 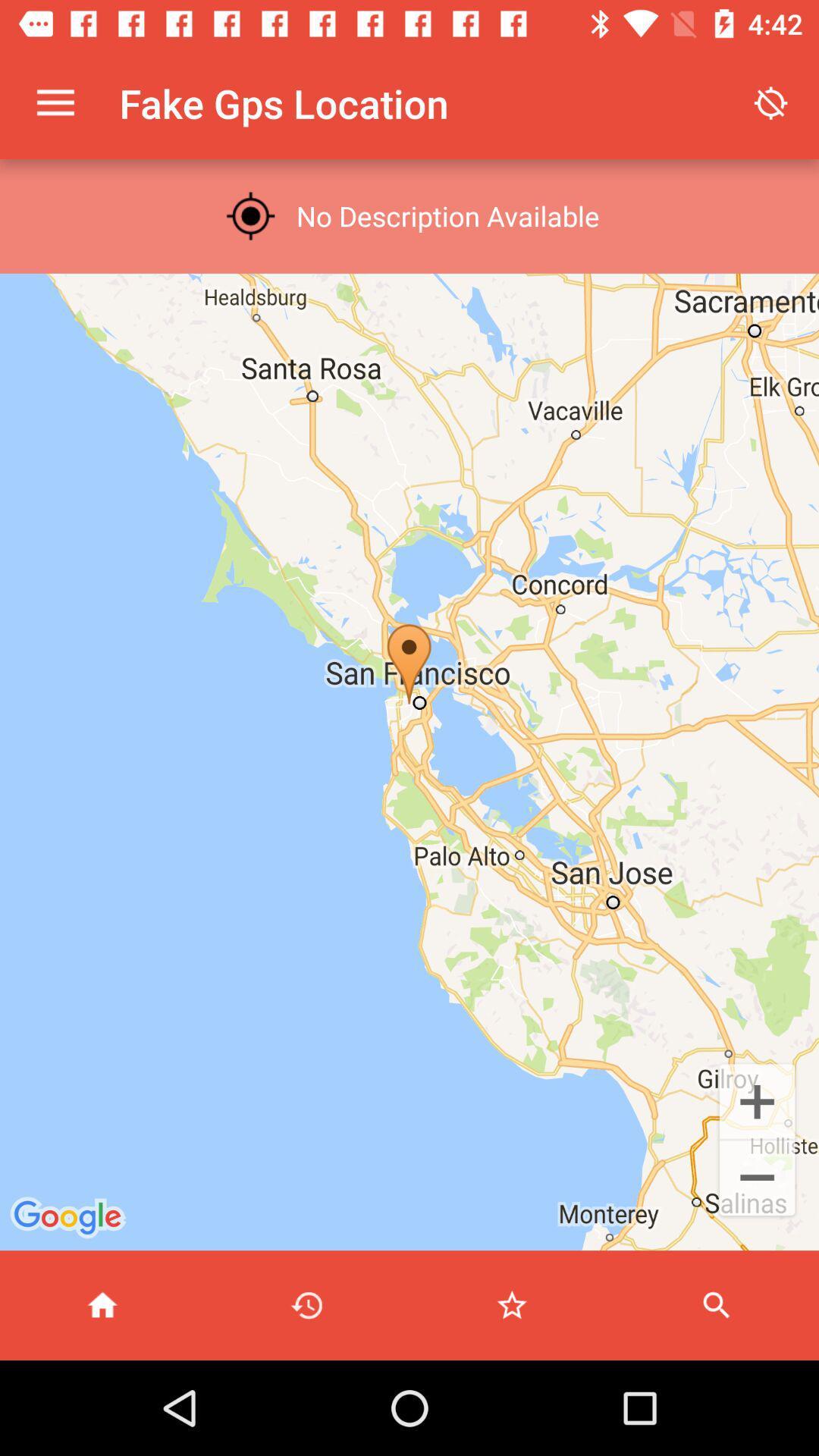 What do you see at coordinates (757, 1100) in the screenshot?
I see `the add icon` at bounding box center [757, 1100].